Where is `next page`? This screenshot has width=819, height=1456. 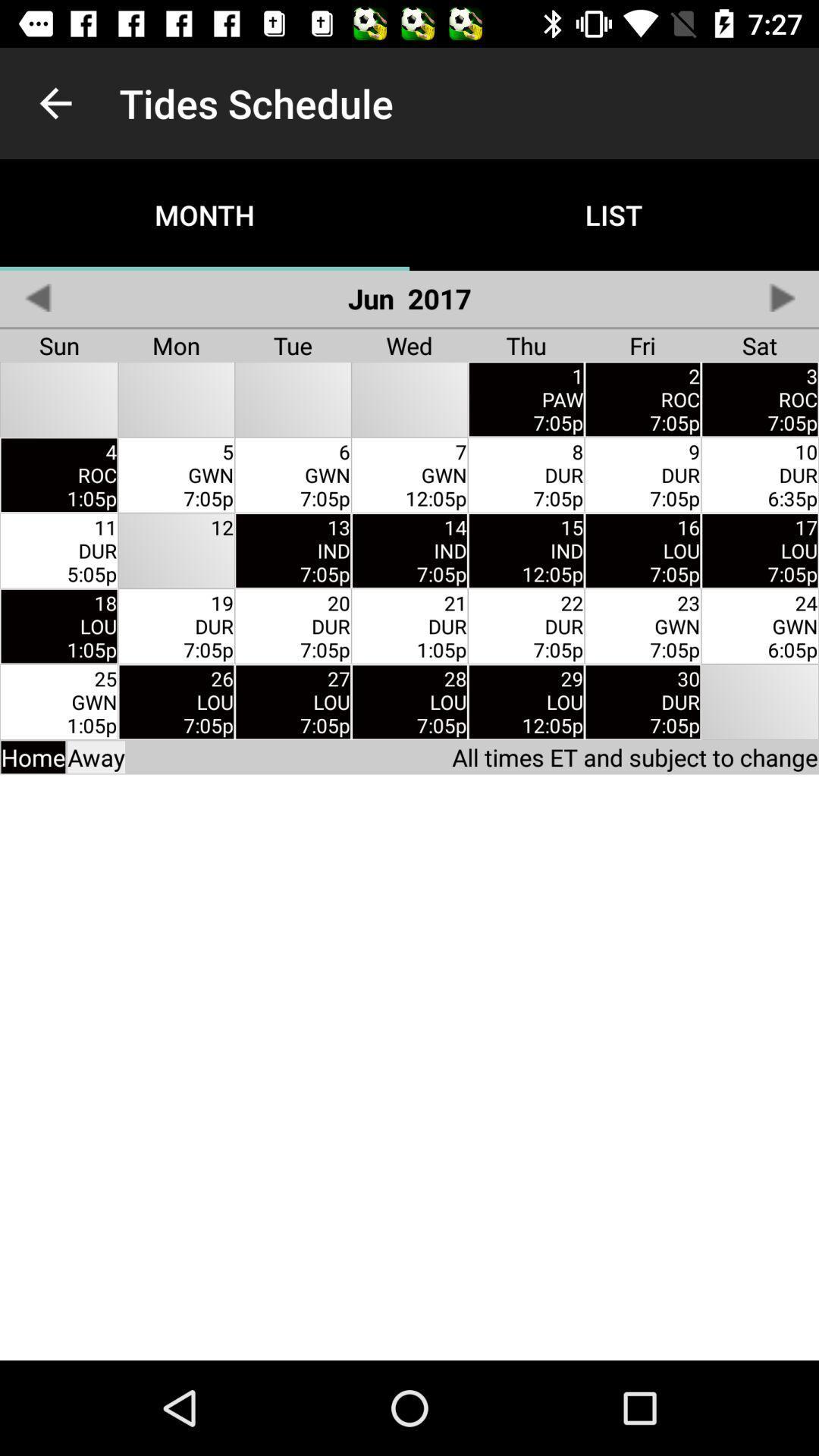
next page is located at coordinates (781, 297).